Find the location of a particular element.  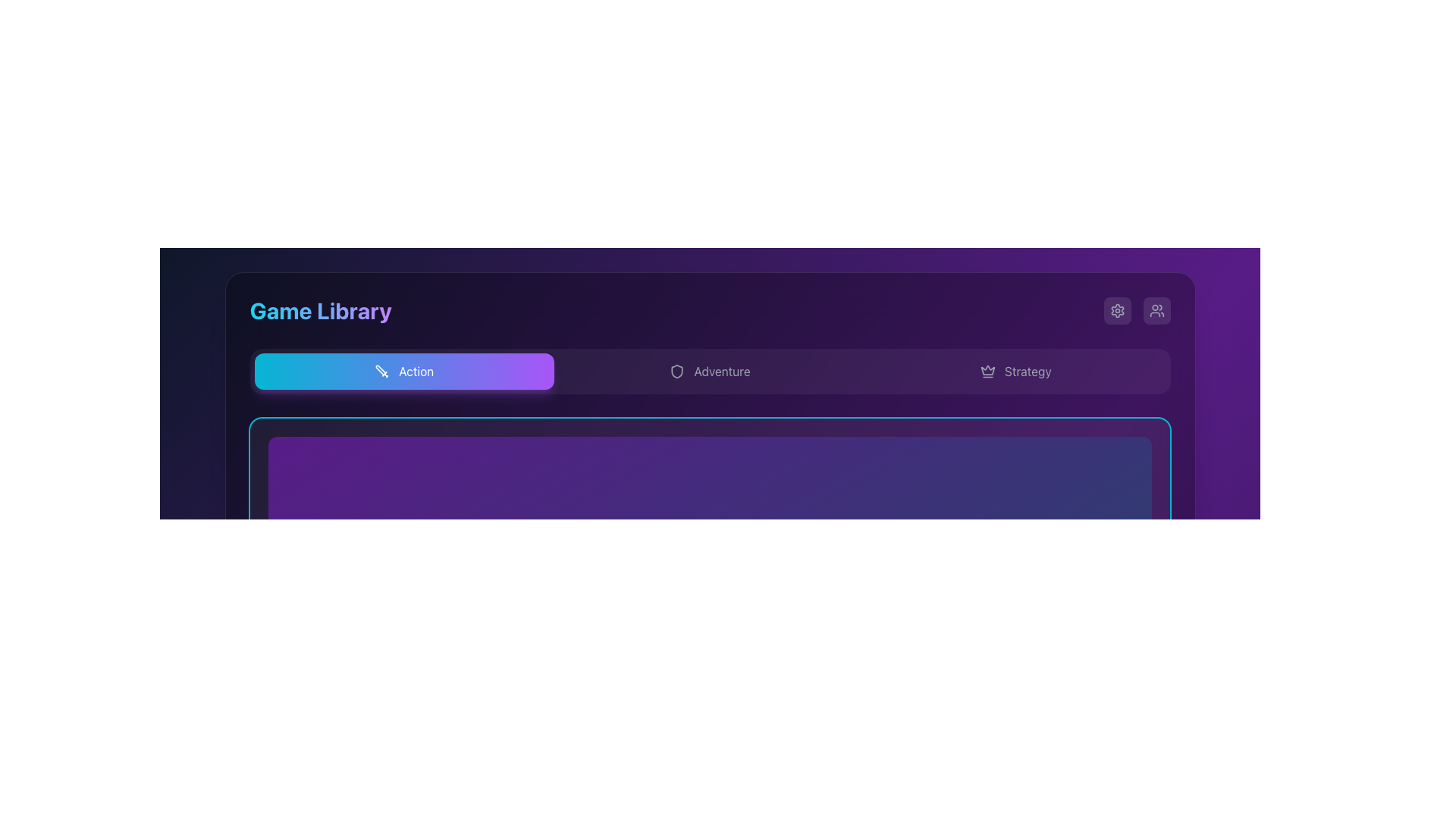

text label within the cyan-to-purple gradient button that indicates the 'Action' category, located near the center of the button in the horizontal row of category buttons under 'Game Library' is located at coordinates (416, 371).